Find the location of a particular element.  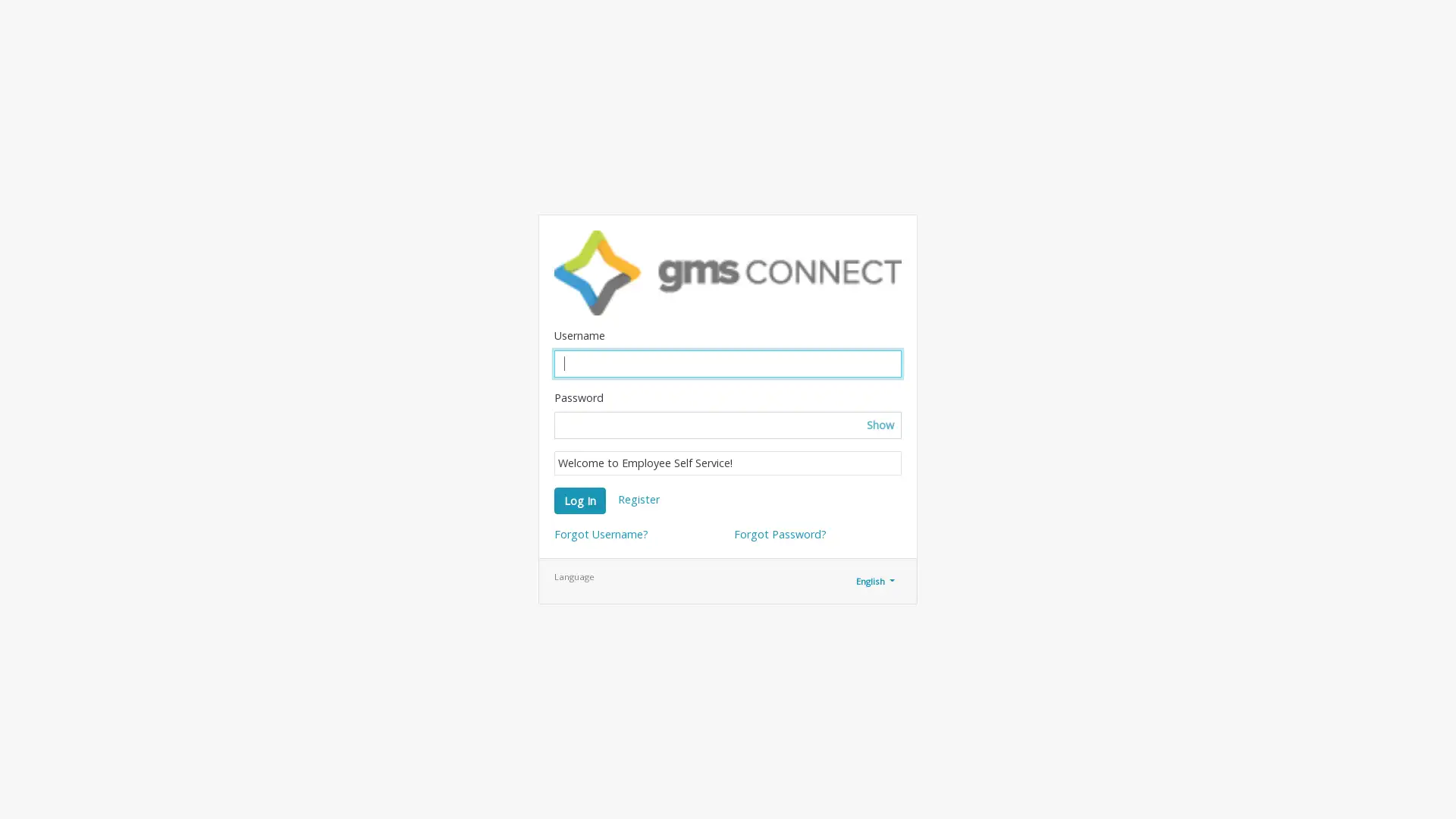

English is located at coordinates (875, 580).